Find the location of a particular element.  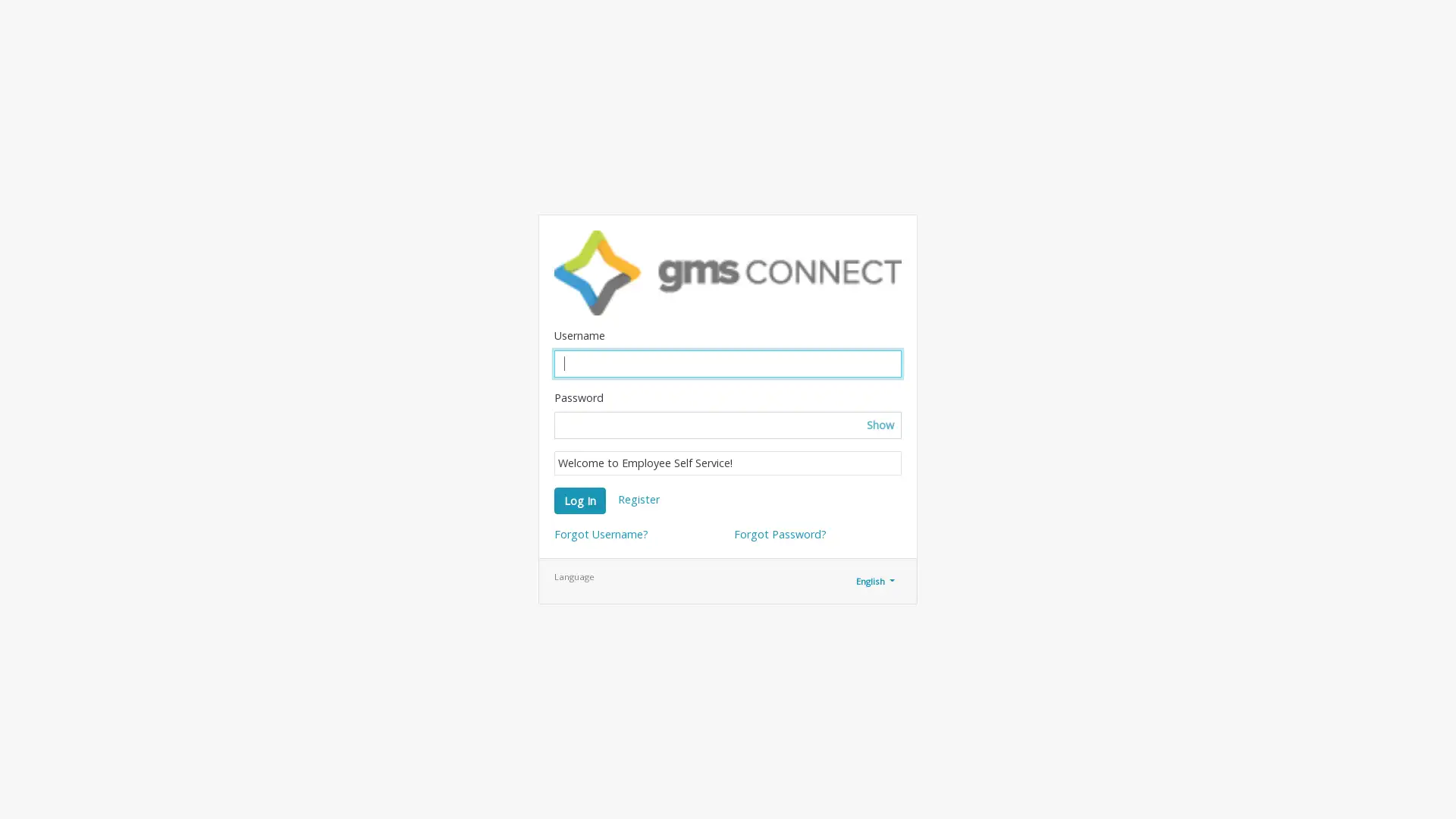

English is located at coordinates (875, 580).